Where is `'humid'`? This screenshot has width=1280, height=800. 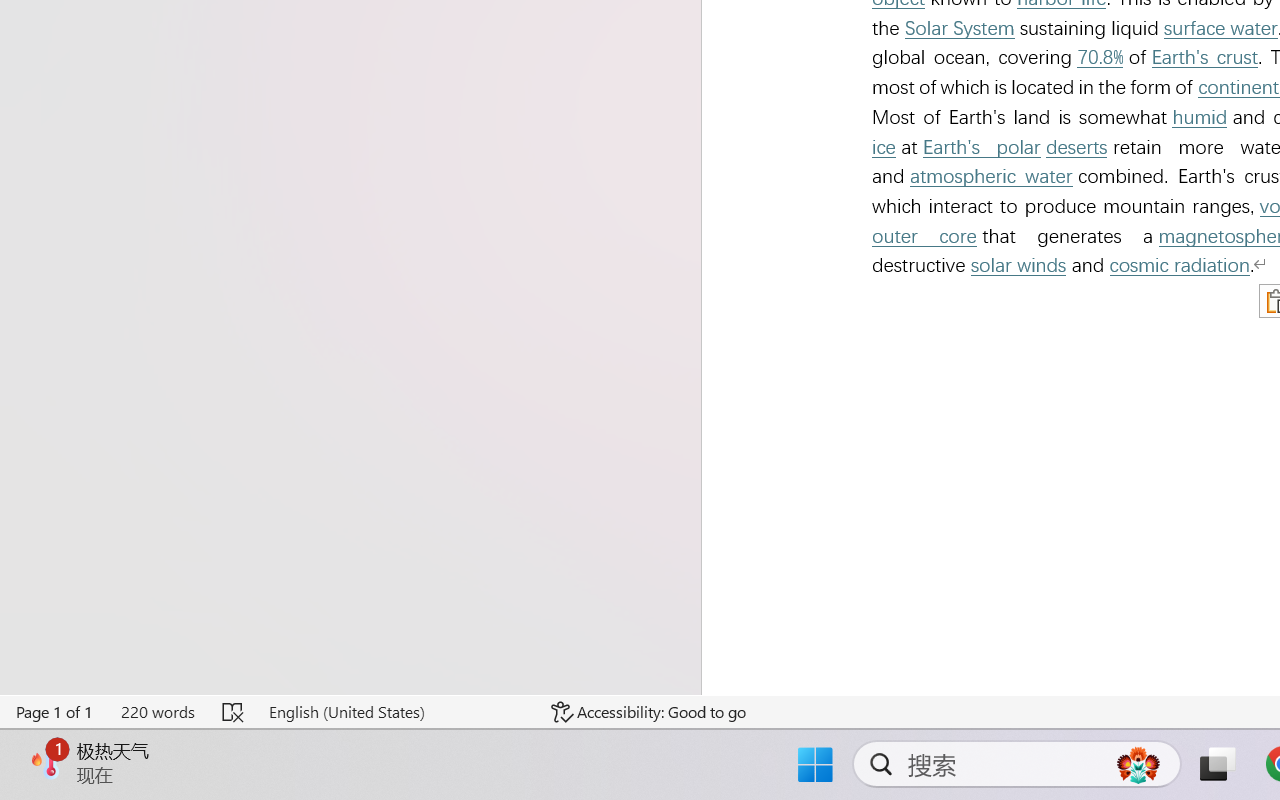 'humid' is located at coordinates (1200, 116).